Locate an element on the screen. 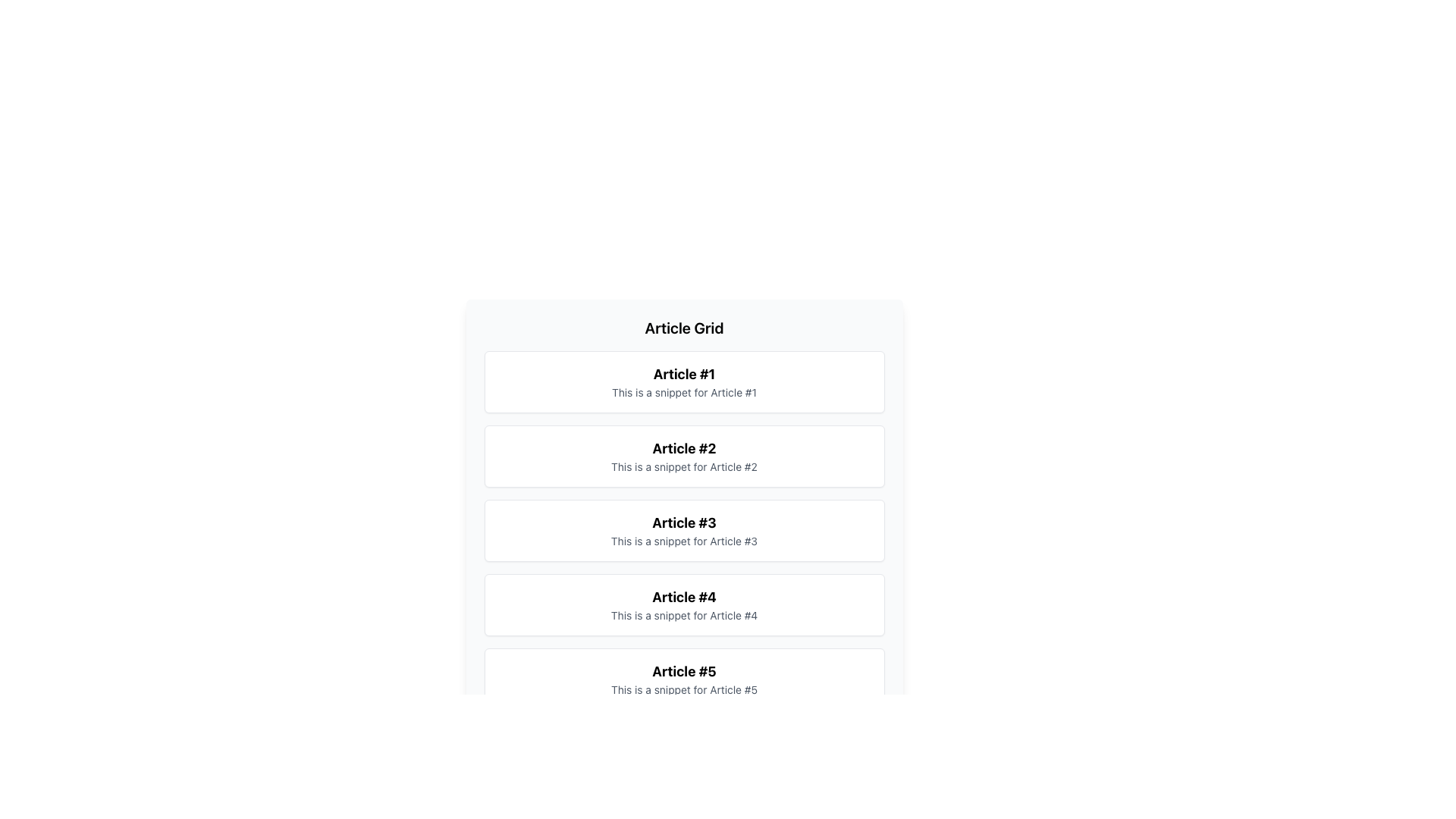 The height and width of the screenshot is (819, 1456). the title text label of the second card is located at coordinates (683, 447).